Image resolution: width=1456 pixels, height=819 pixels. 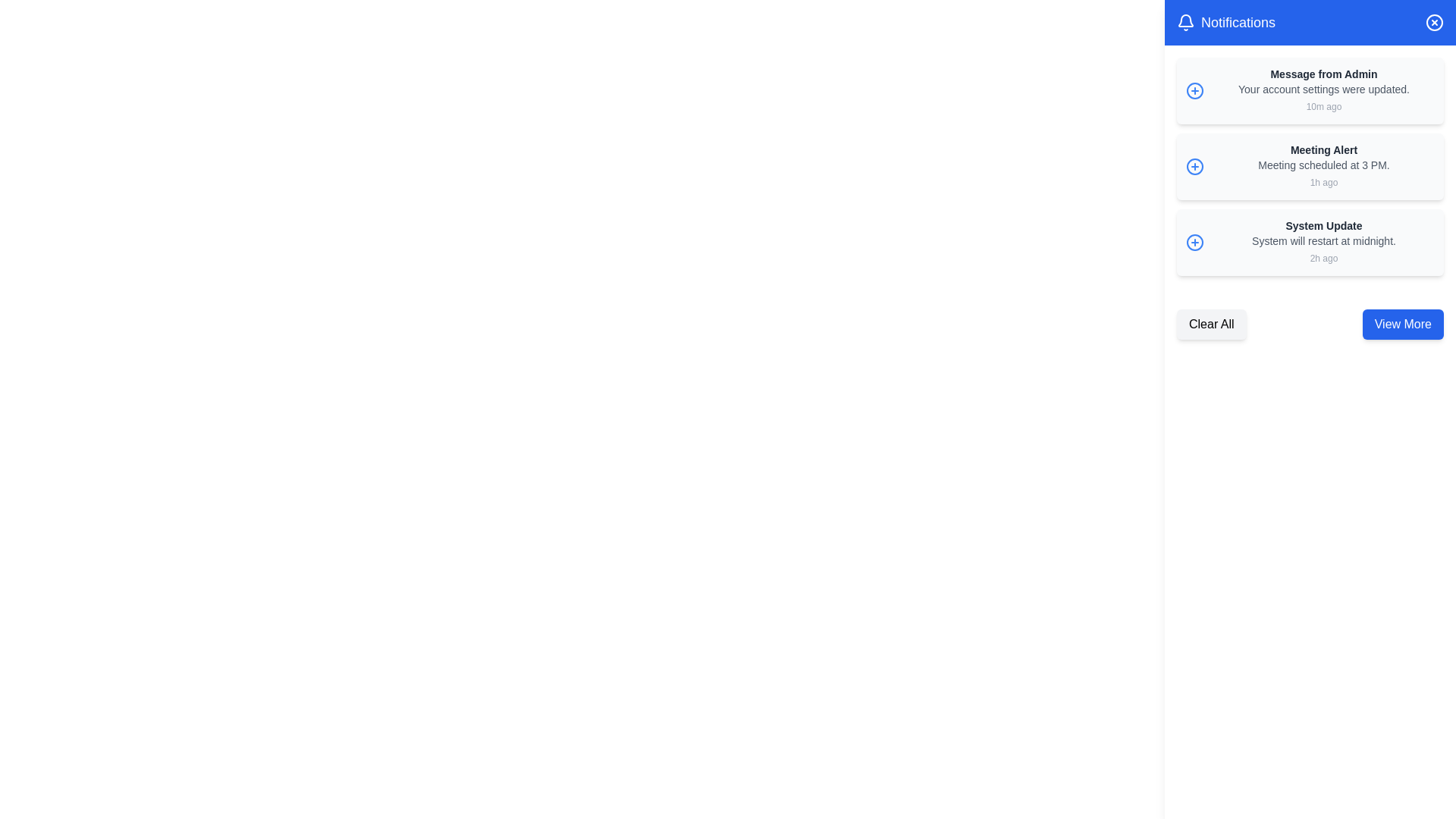 What do you see at coordinates (1323, 166) in the screenshot?
I see `the notification text block displaying 'Meeting Alert' and 'Meeting scheduled at 3 PM.'` at bounding box center [1323, 166].